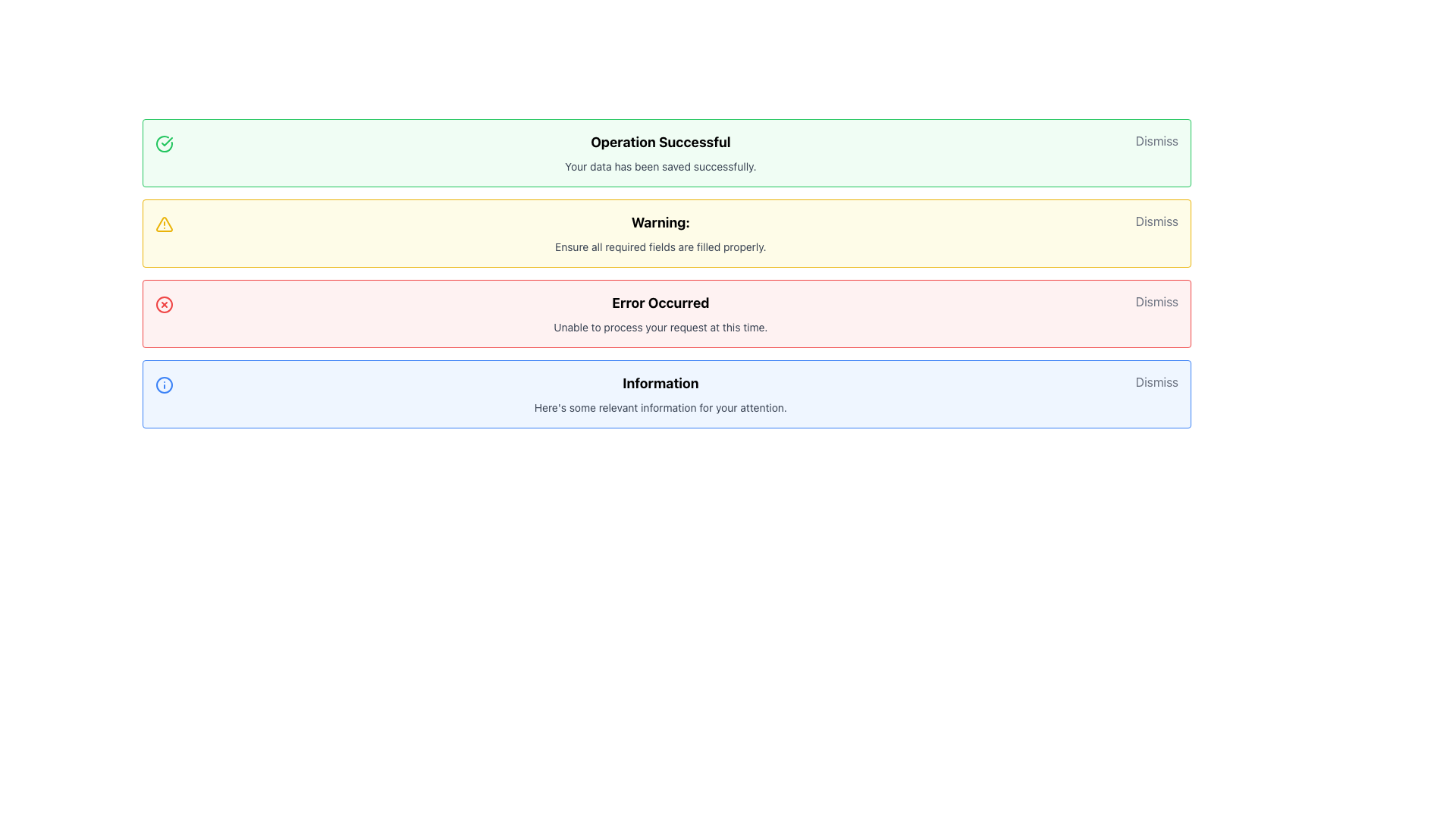 This screenshot has height=819, width=1456. Describe the element at coordinates (661, 234) in the screenshot. I see `warning message displayed in the text area with a bold 'Warning:' header and a yellow background, indicating important information about filling required fields` at that location.